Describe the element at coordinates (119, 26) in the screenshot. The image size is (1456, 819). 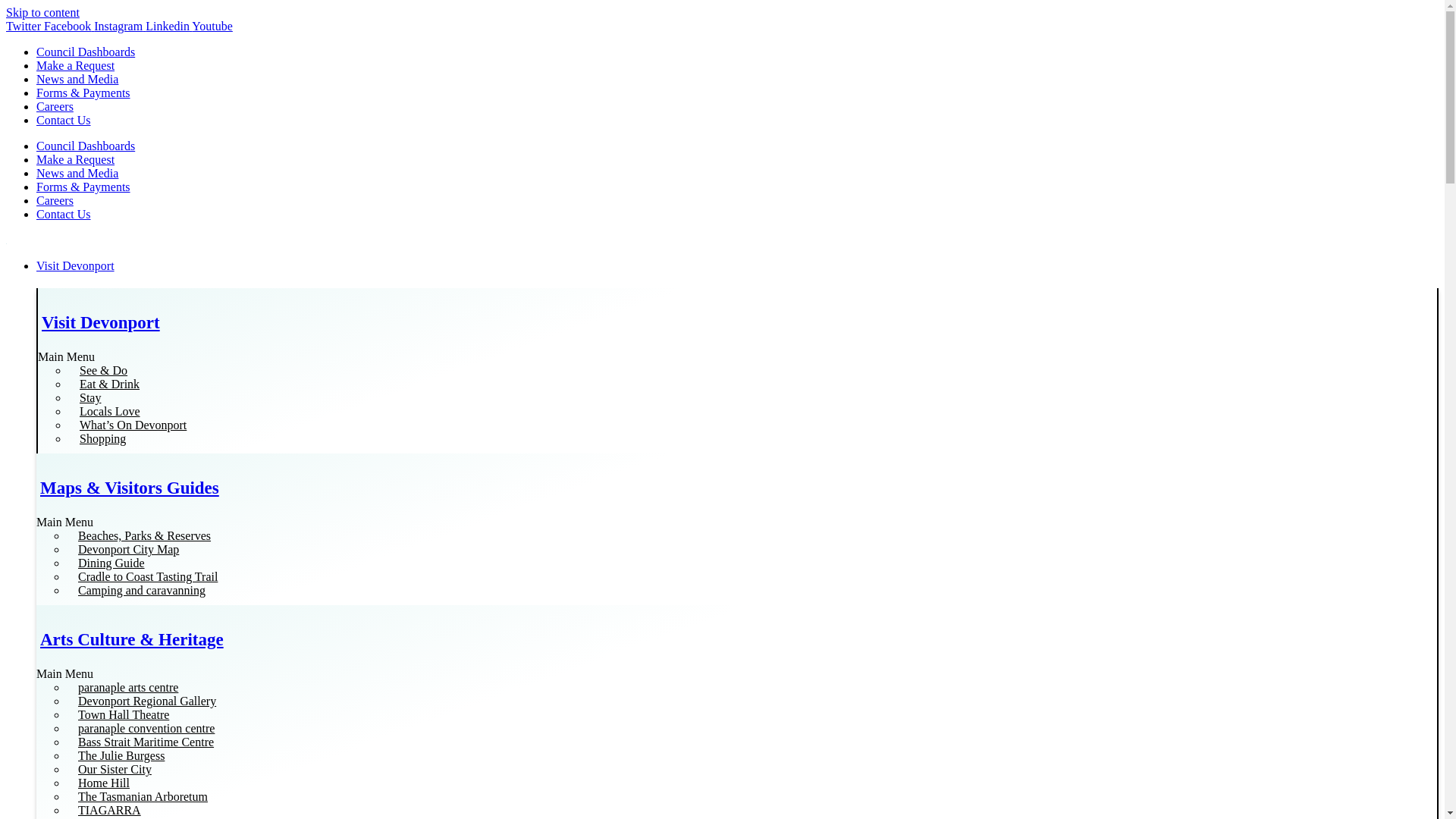
I see `'Instagram'` at that location.